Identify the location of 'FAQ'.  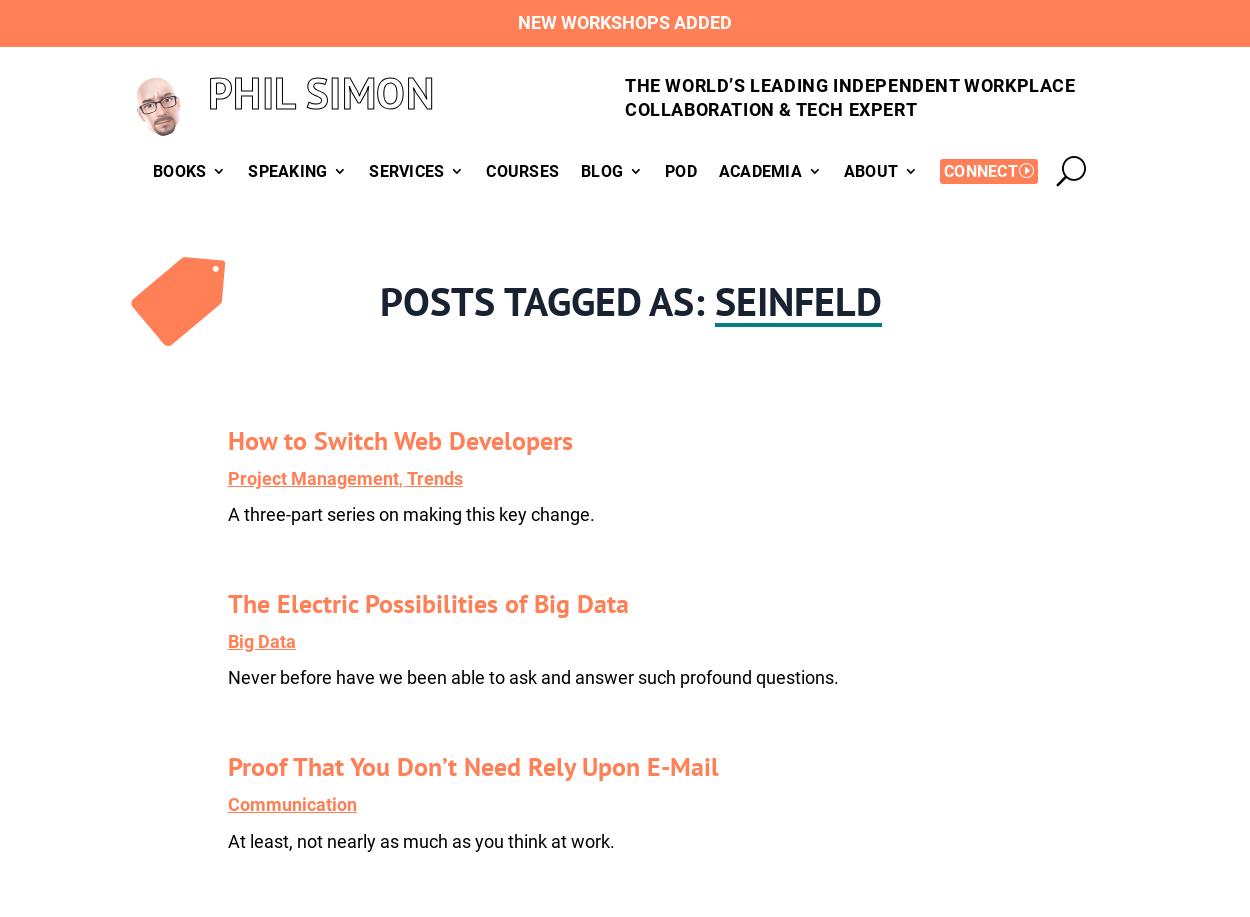
(551, 272).